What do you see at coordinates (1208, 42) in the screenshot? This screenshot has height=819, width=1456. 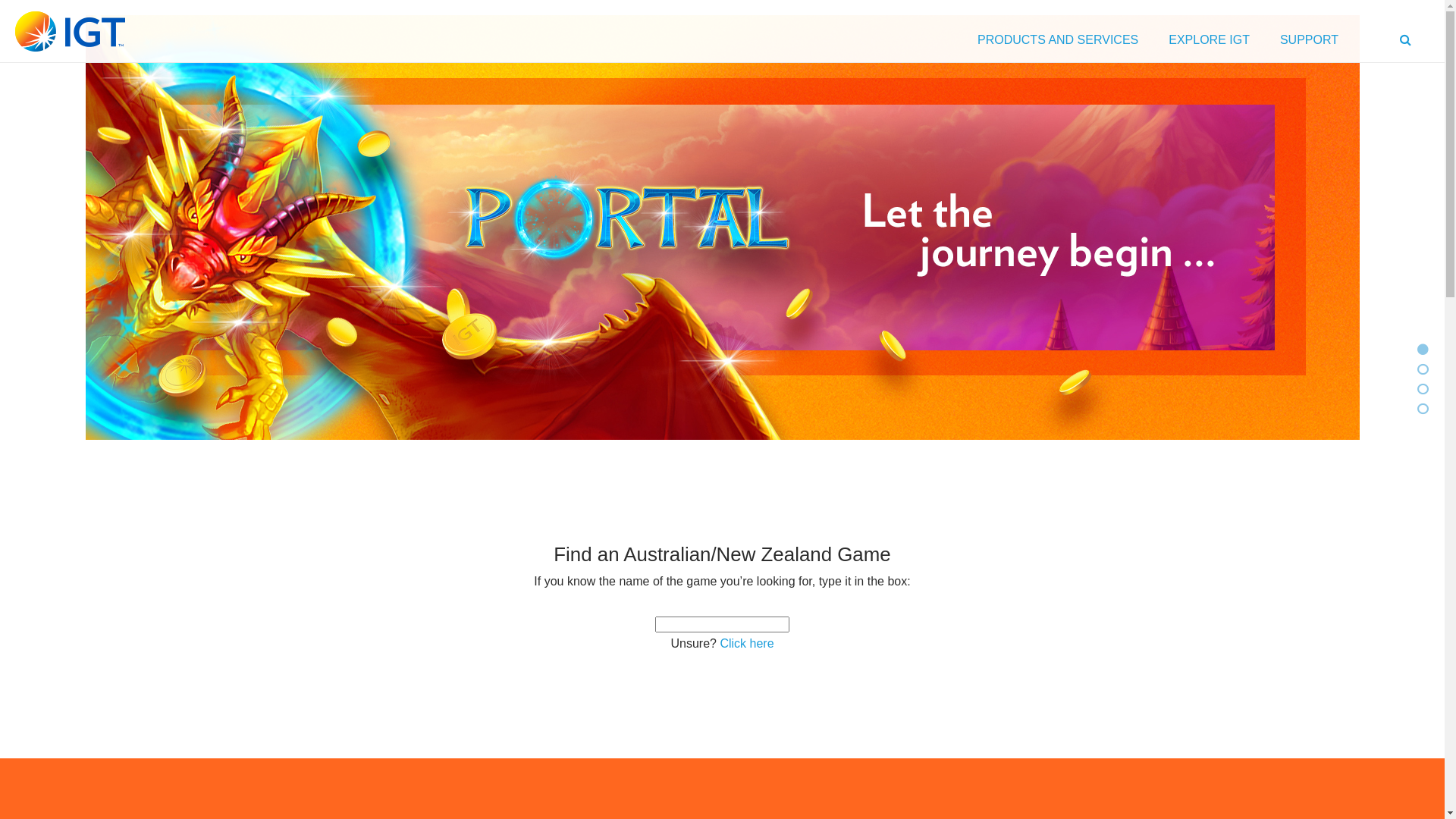 I see `'EXPLORE IGT'` at bounding box center [1208, 42].